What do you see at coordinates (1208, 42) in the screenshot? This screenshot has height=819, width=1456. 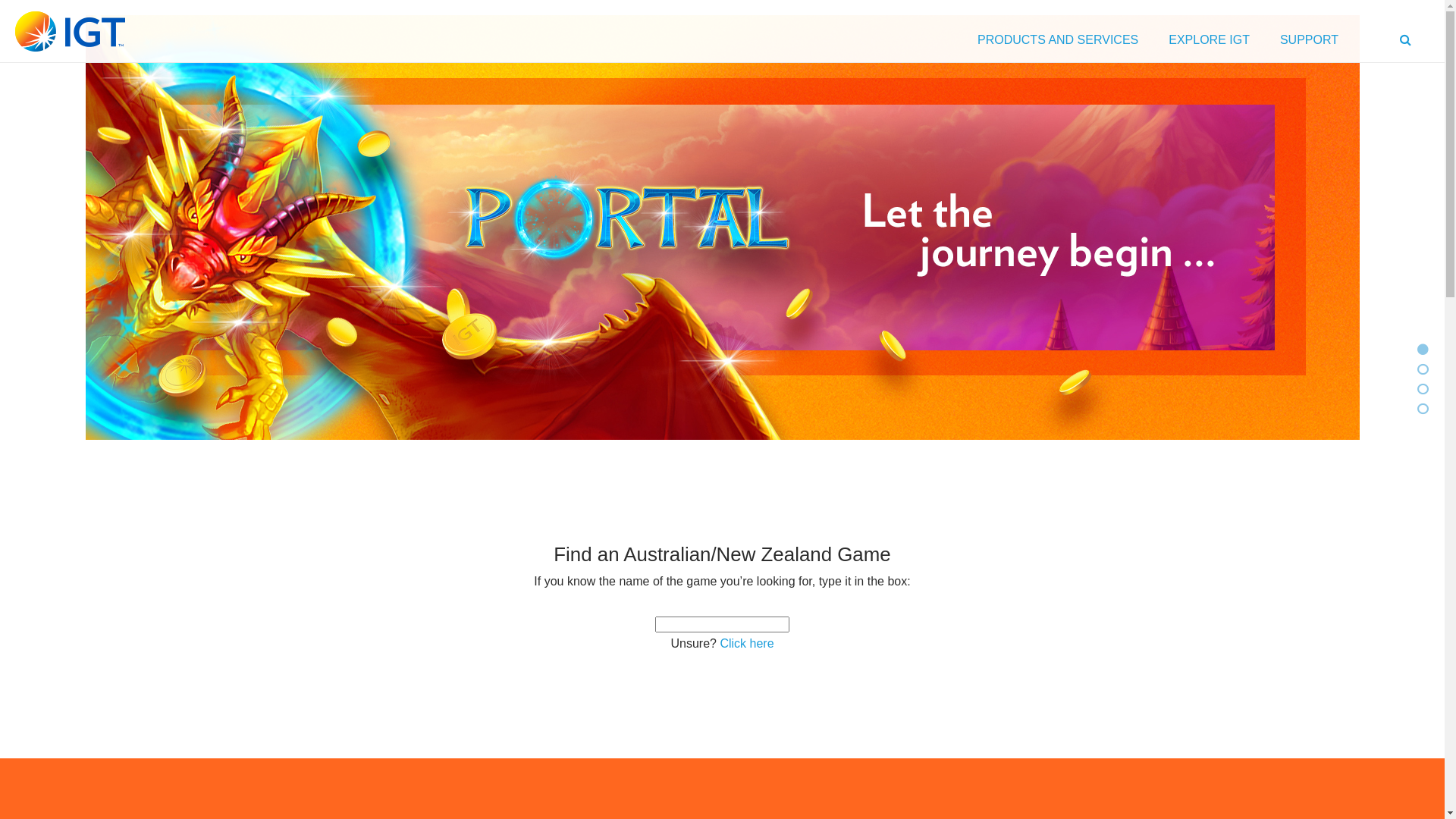 I see `'EXPLORE IGT'` at bounding box center [1208, 42].